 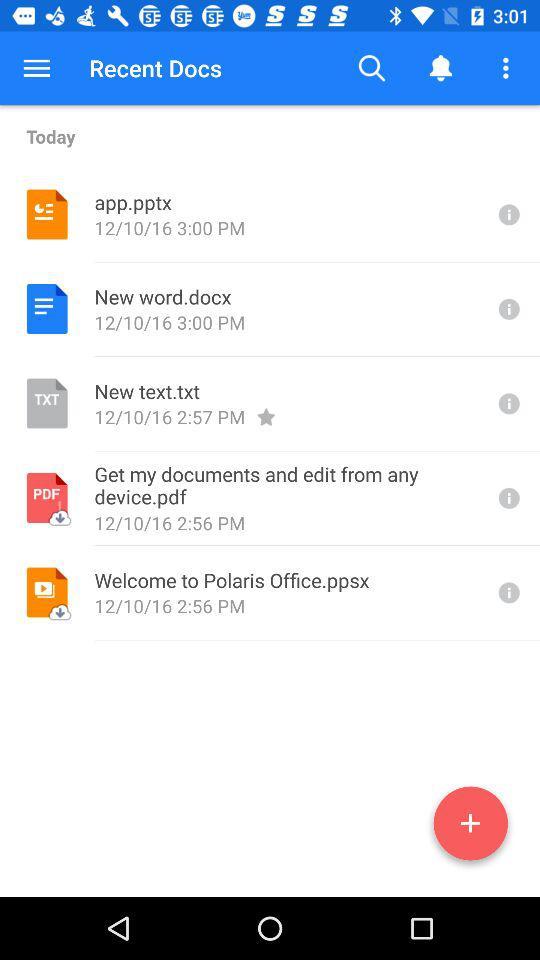 What do you see at coordinates (507, 592) in the screenshot?
I see `pulls up additional information` at bounding box center [507, 592].